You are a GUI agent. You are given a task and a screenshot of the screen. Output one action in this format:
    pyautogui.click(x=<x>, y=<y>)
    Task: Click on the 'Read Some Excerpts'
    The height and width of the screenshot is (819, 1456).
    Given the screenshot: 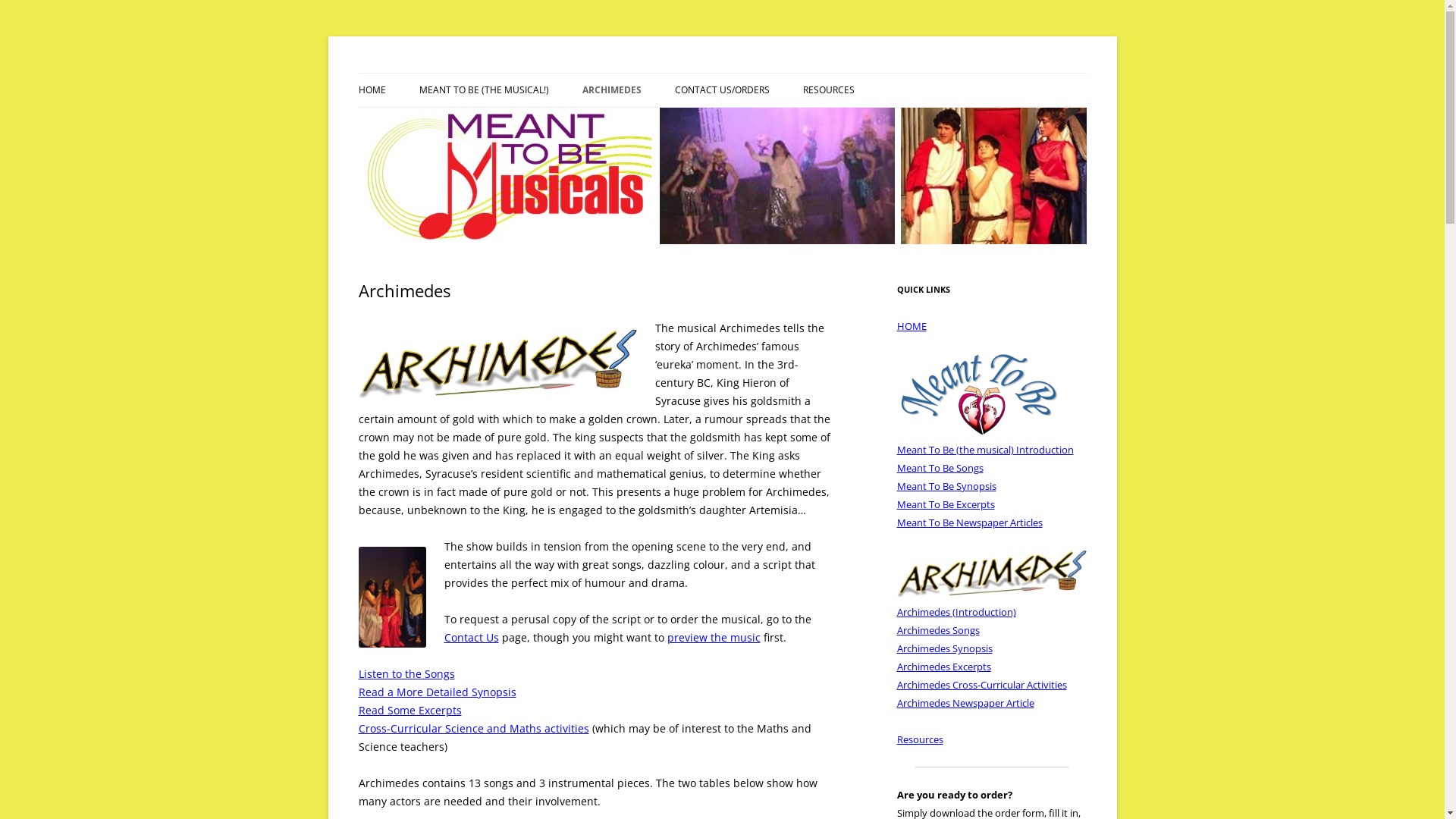 What is the action you would take?
    pyautogui.click(x=356, y=710)
    